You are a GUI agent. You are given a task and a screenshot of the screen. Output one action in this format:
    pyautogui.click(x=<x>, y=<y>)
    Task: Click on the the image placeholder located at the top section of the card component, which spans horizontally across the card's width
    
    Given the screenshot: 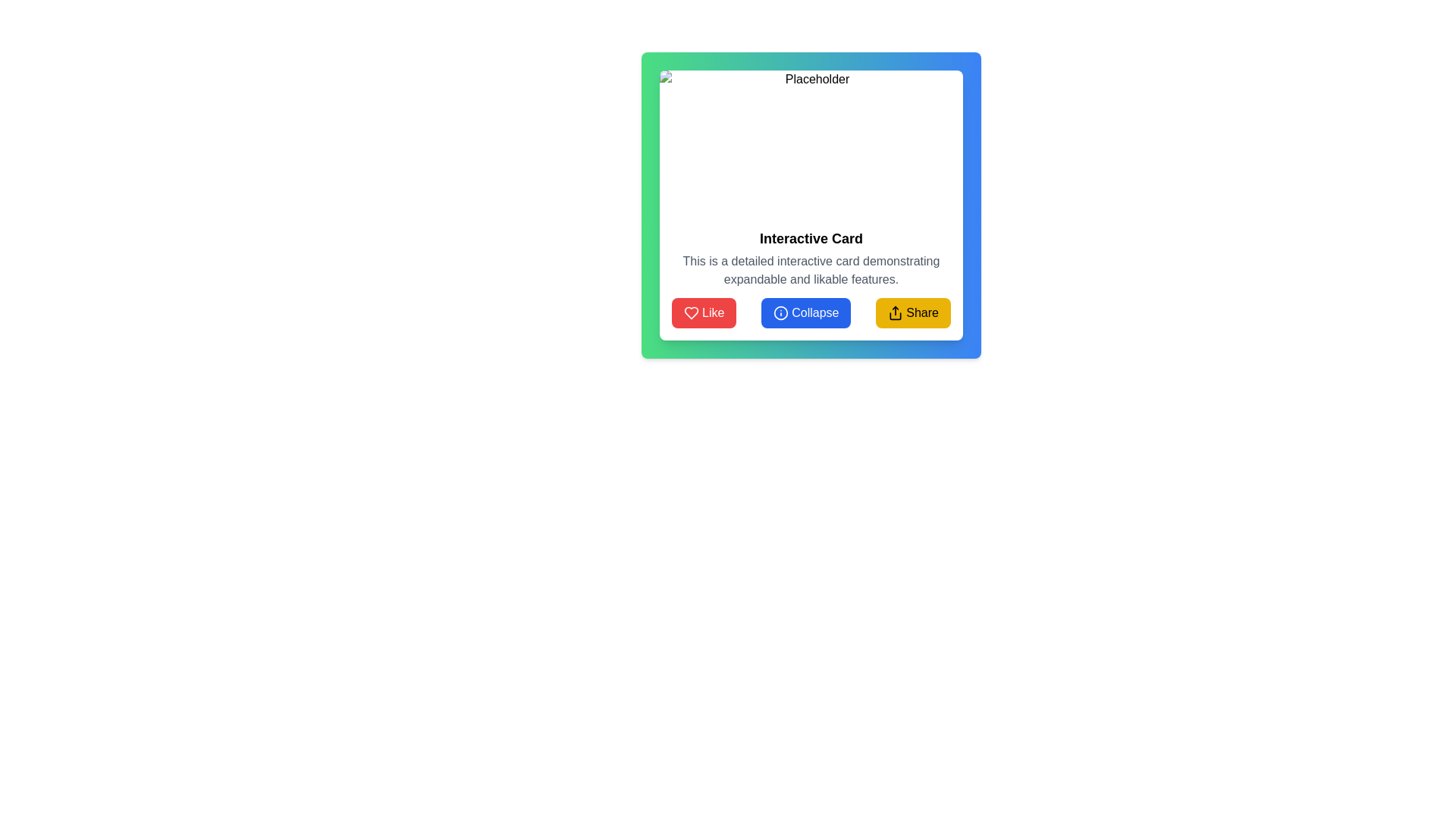 What is the action you would take?
    pyautogui.click(x=811, y=143)
    